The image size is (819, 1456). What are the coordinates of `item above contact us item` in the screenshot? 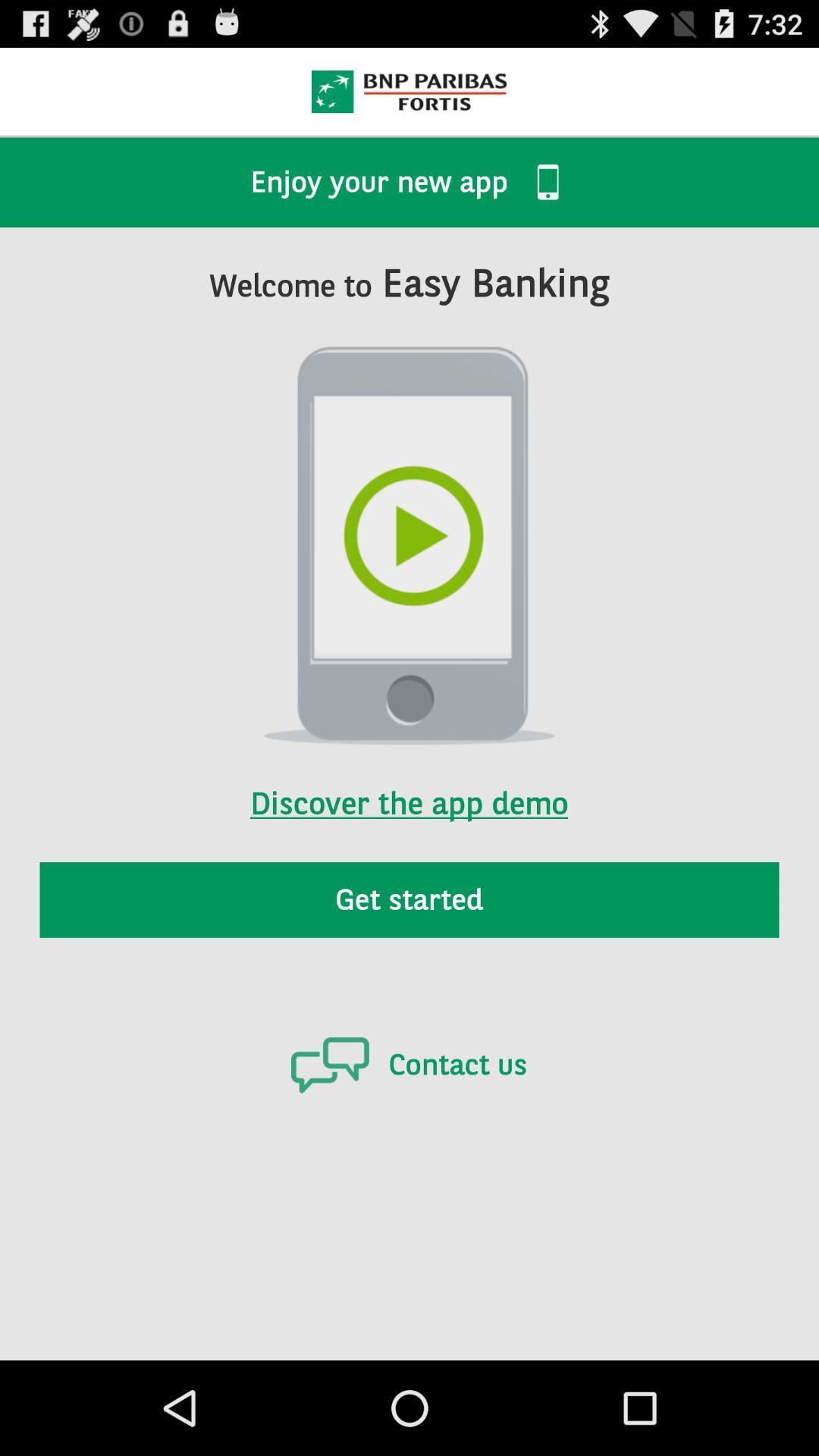 It's located at (409, 899).